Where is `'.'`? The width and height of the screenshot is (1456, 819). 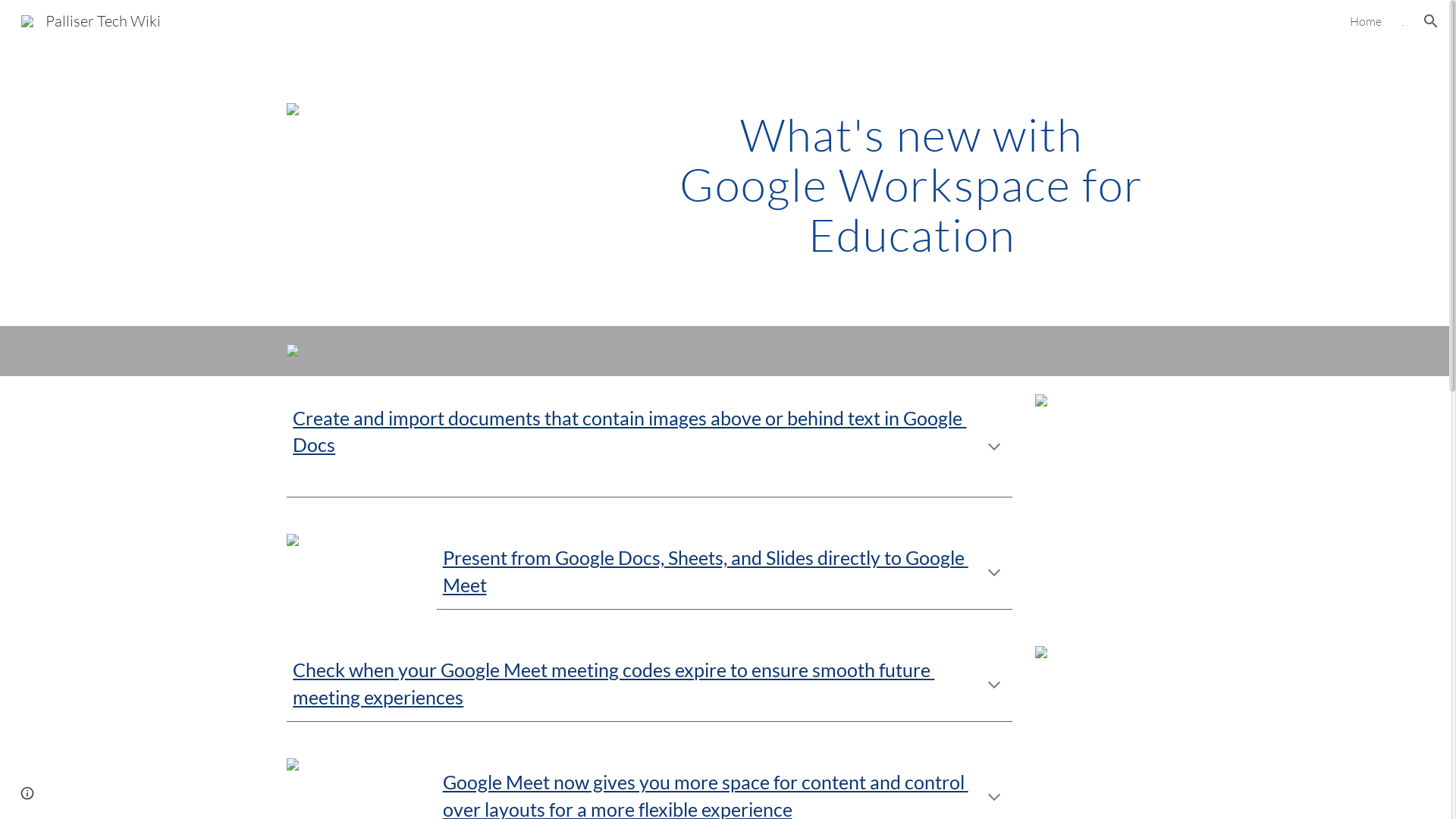
'.' is located at coordinates (1401, 20).